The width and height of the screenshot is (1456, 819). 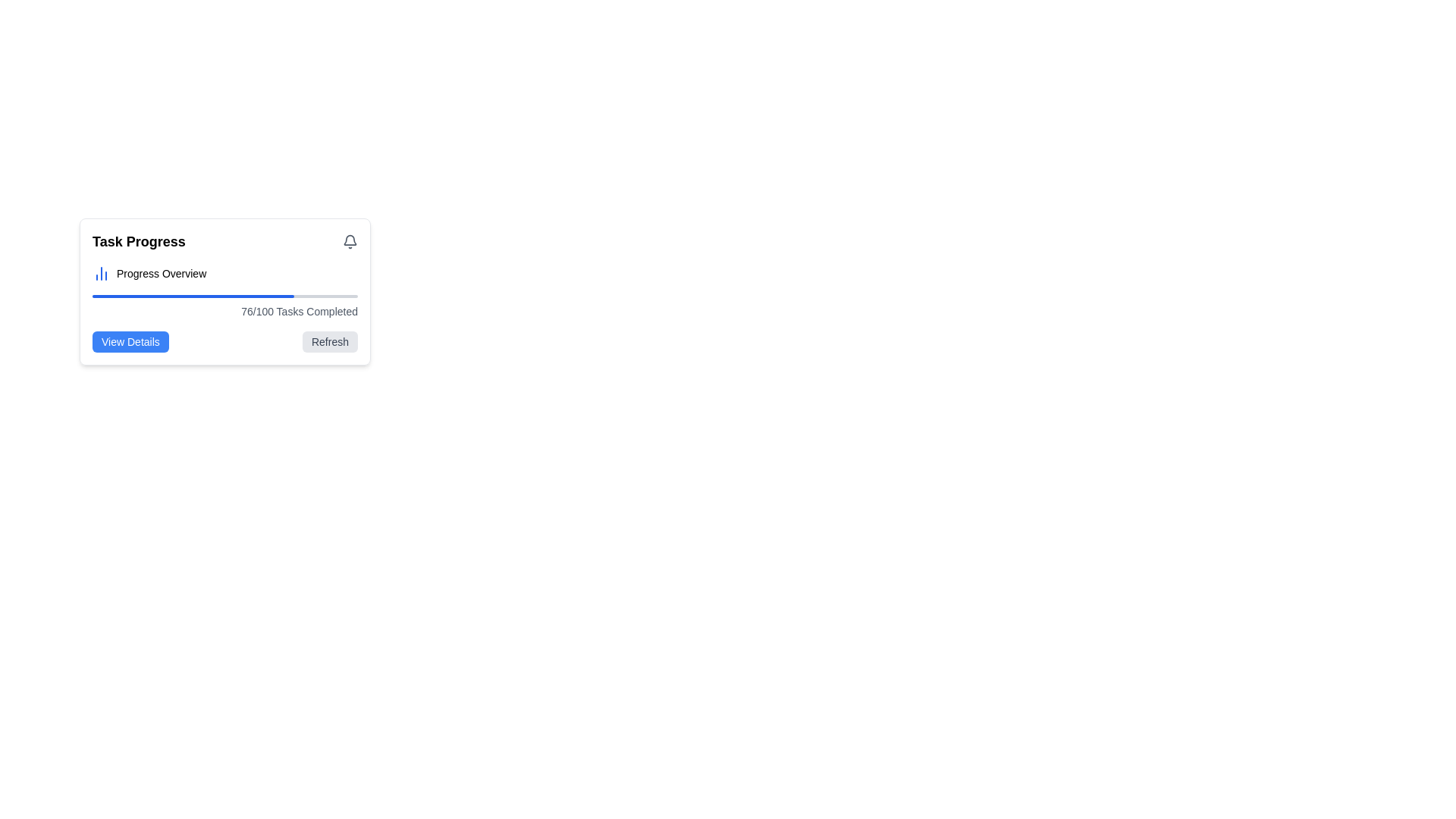 I want to click on the text label that serves as a descriptive title for the progress indicator, located to the right of the graph icon, so click(x=162, y=274).